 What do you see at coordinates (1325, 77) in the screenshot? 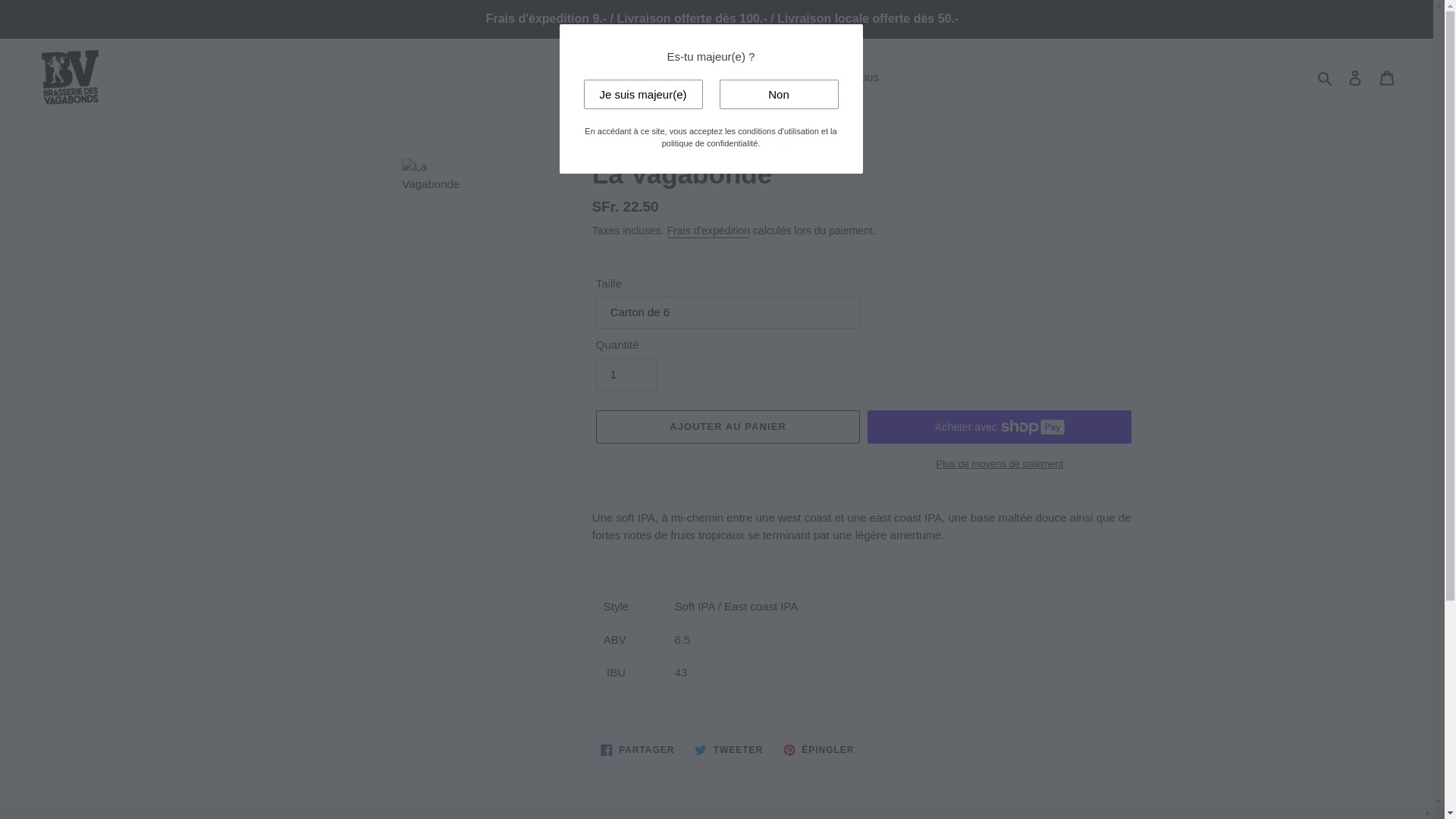
I see `'Rechercher'` at bounding box center [1325, 77].